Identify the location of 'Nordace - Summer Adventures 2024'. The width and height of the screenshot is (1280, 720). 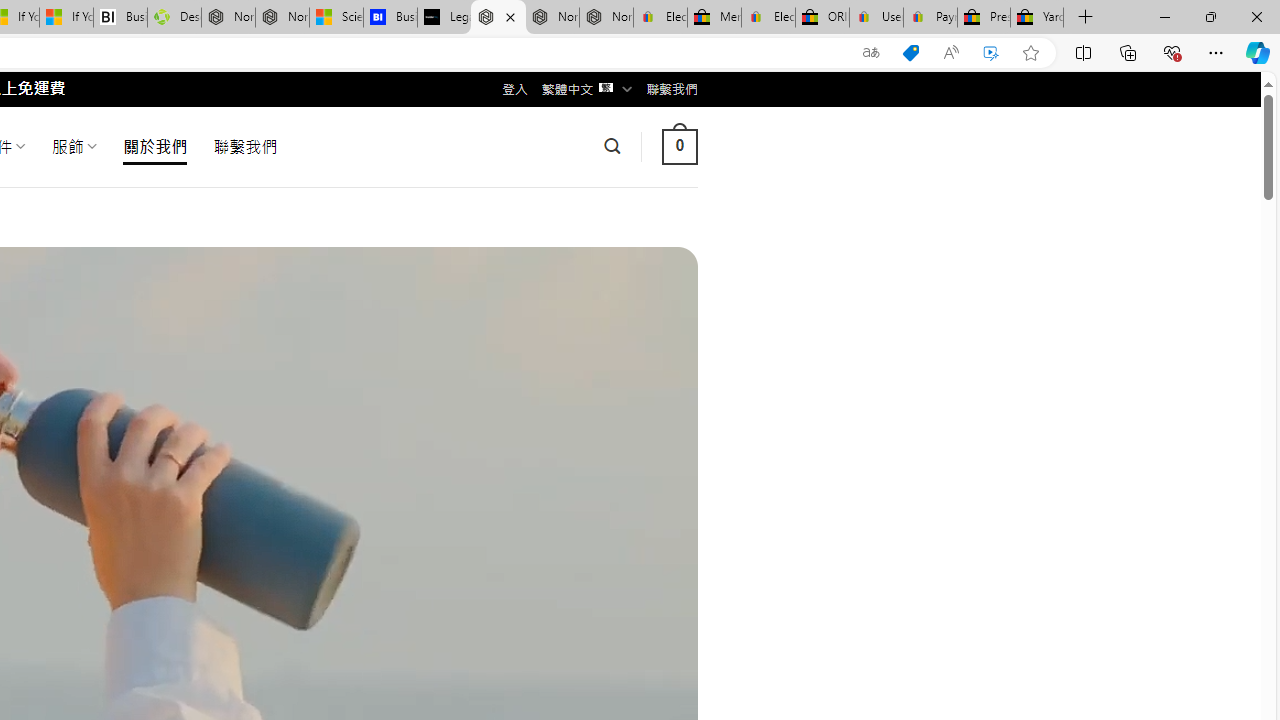
(228, 17).